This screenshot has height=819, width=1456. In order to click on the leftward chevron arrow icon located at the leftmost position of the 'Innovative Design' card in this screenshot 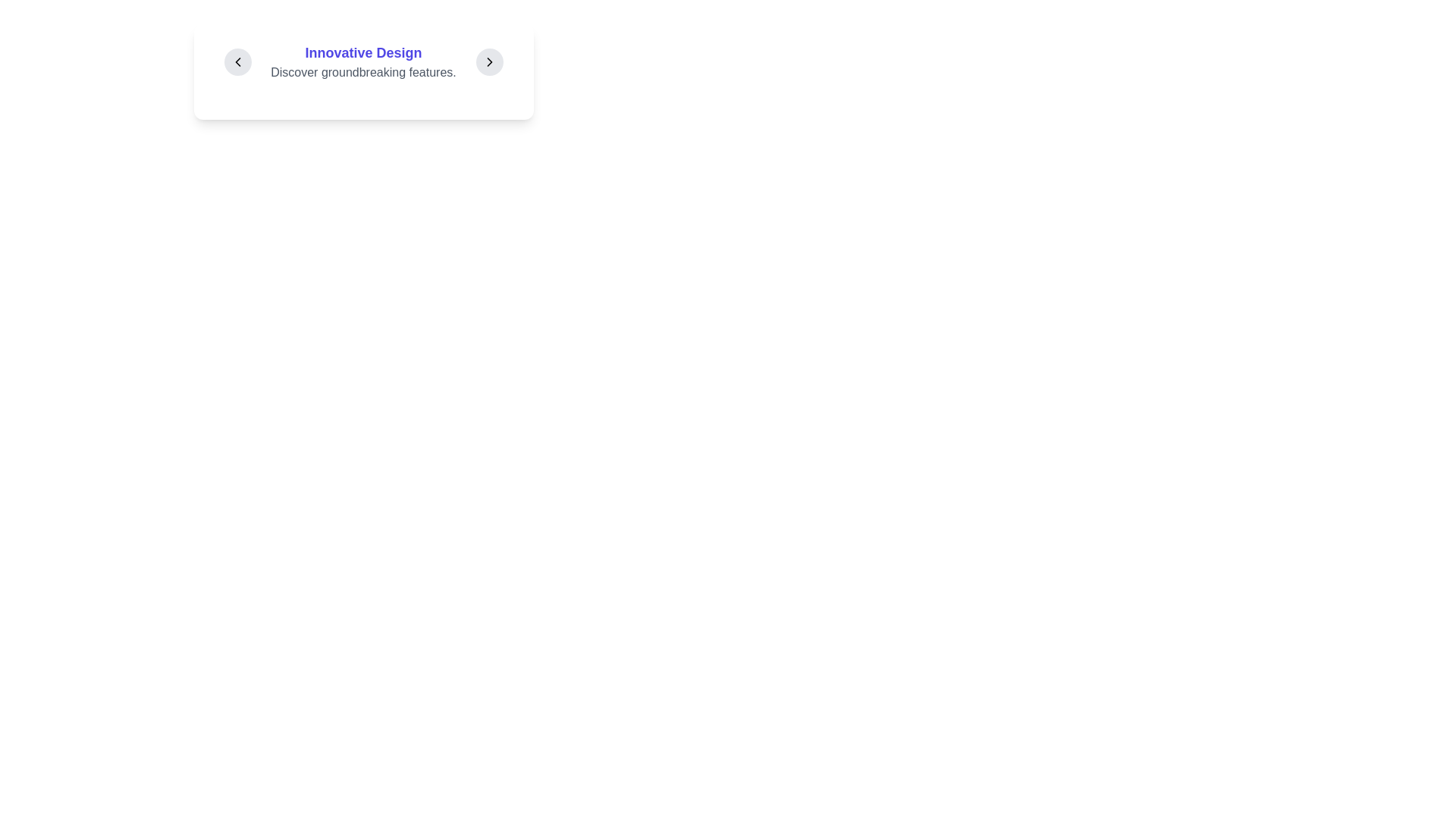, I will do `click(237, 61)`.